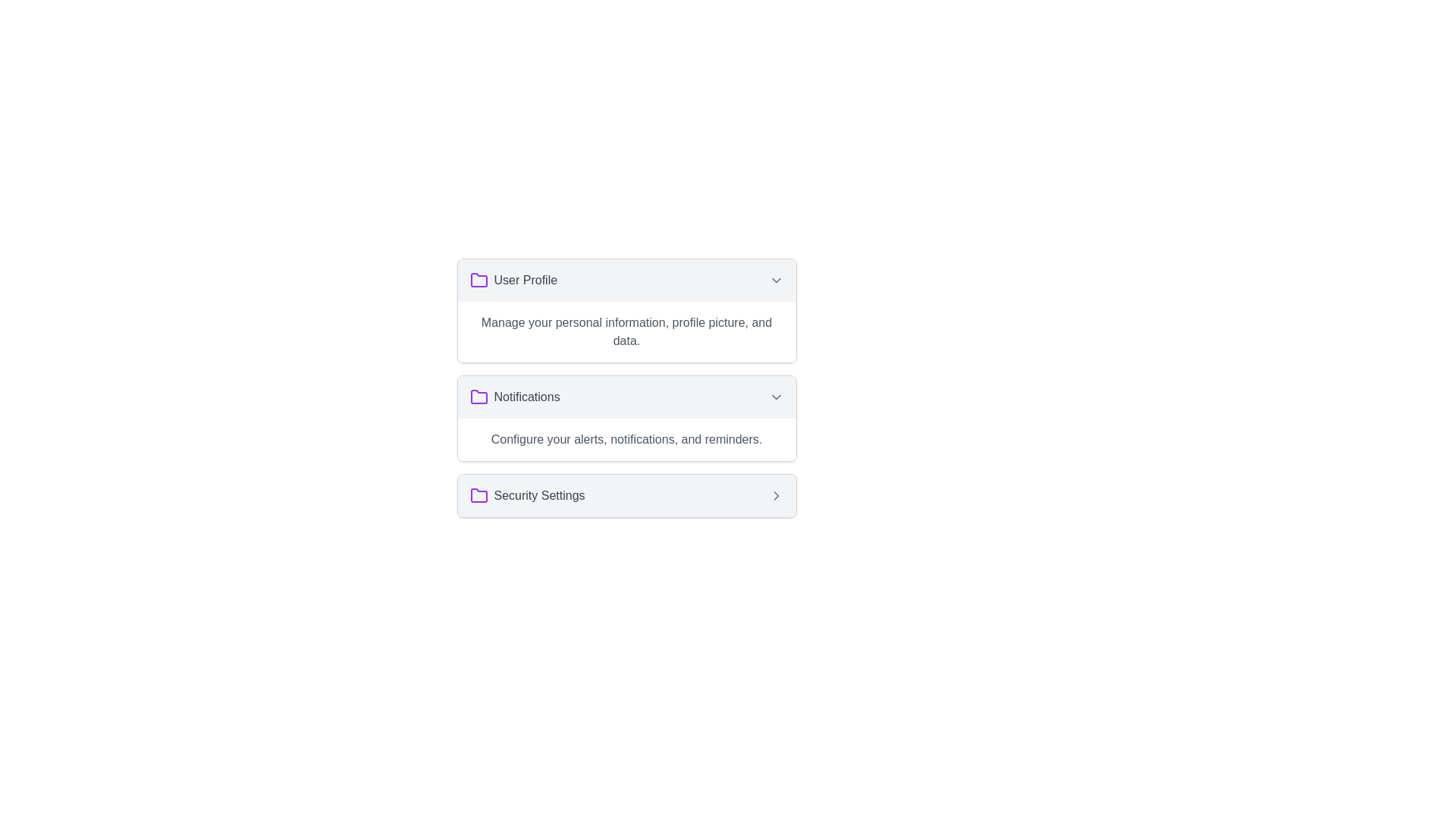  What do you see at coordinates (478, 397) in the screenshot?
I see `the folder icon with a purple outline and rounded edges, located to the left of the 'Notifications' text label` at bounding box center [478, 397].